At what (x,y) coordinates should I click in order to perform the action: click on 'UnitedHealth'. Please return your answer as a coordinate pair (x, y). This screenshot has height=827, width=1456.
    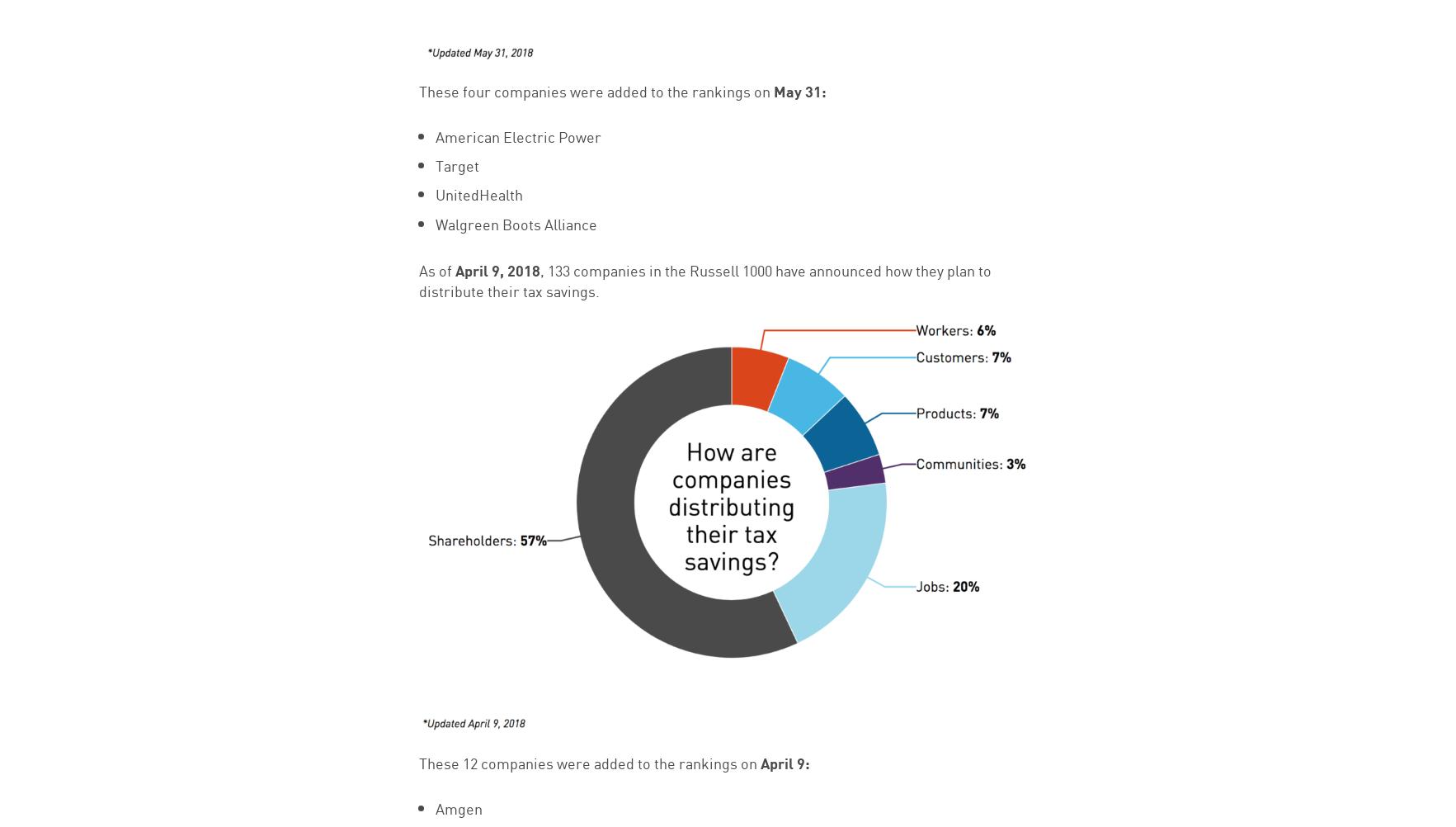
    Looking at the image, I should click on (434, 193).